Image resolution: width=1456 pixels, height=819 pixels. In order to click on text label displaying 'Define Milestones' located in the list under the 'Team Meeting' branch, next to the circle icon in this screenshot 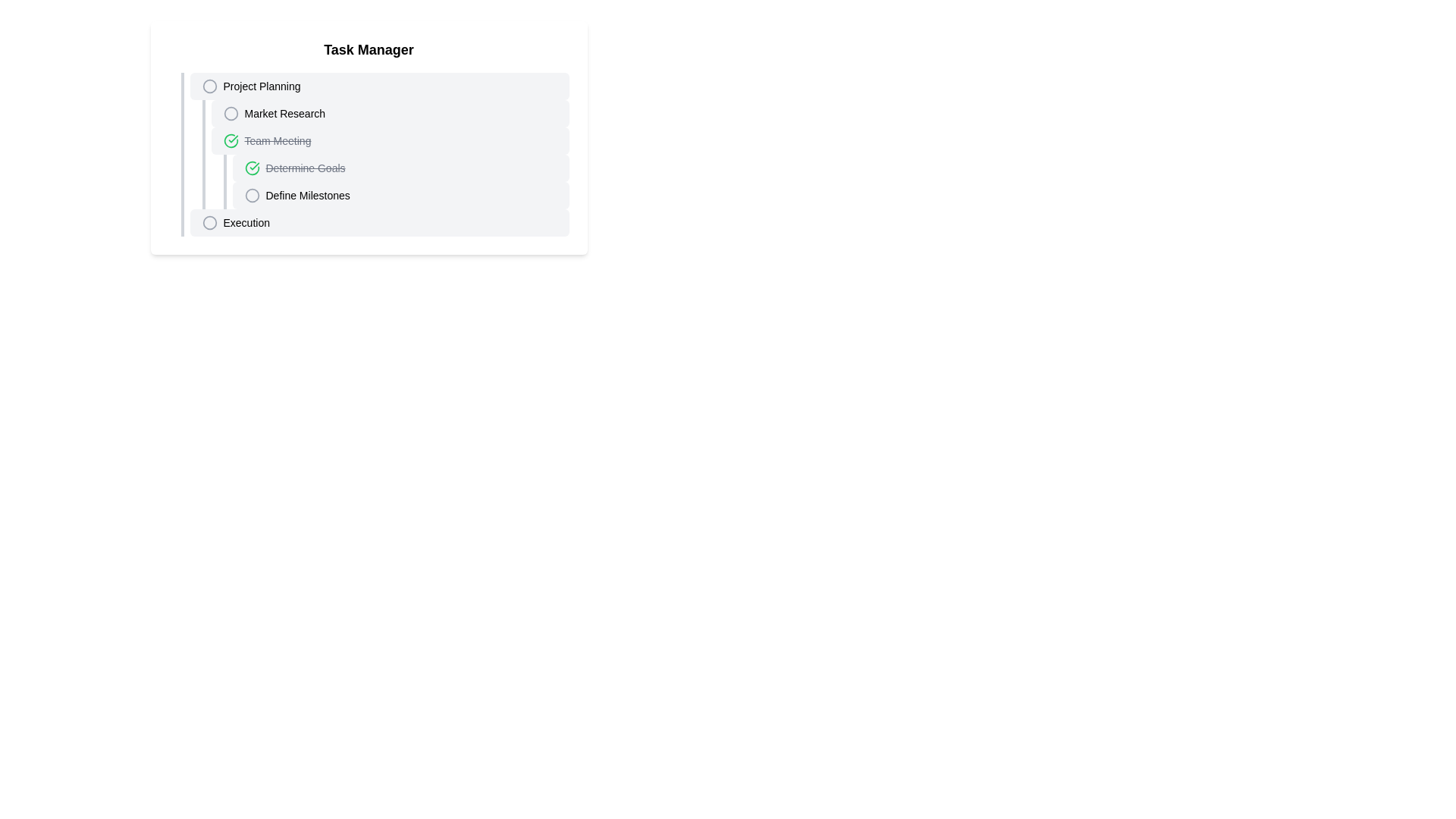, I will do `click(307, 195)`.